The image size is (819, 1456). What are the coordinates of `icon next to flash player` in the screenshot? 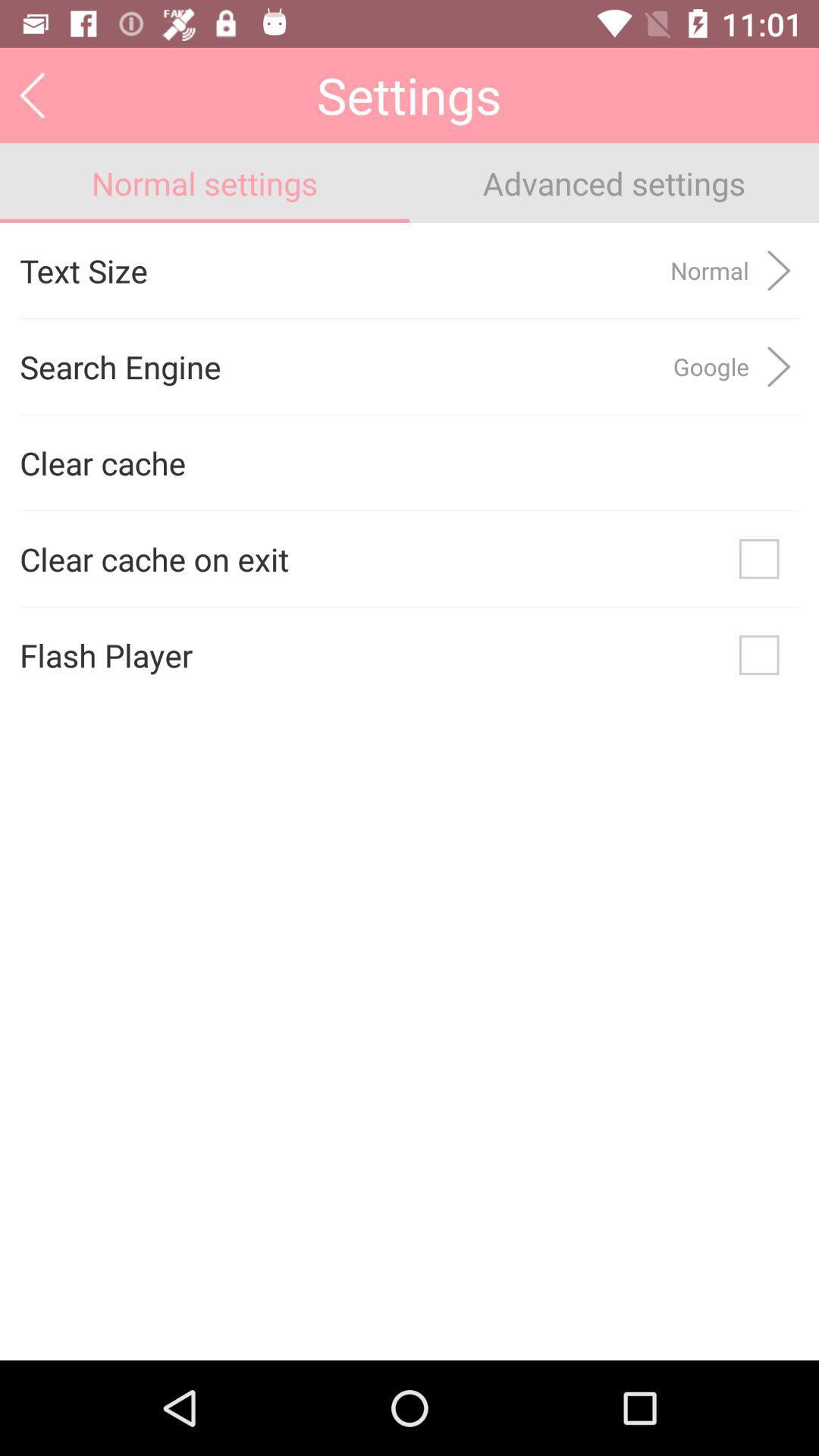 It's located at (759, 655).